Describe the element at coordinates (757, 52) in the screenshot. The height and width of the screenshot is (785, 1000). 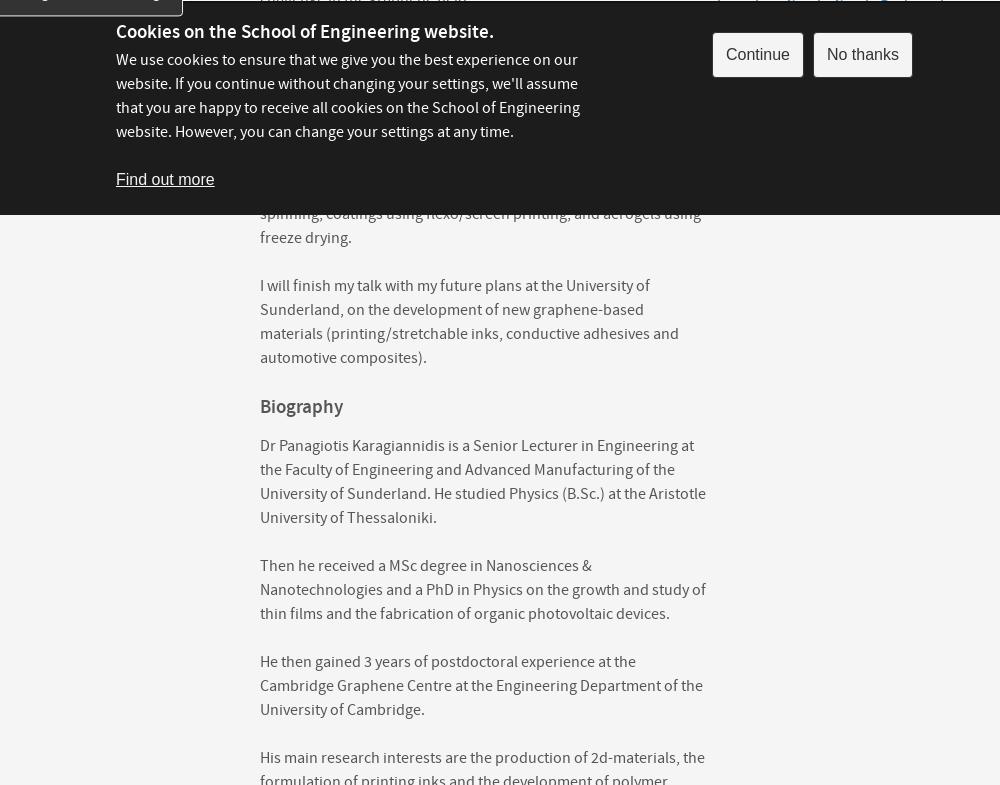
I see `'Continue'` at that location.